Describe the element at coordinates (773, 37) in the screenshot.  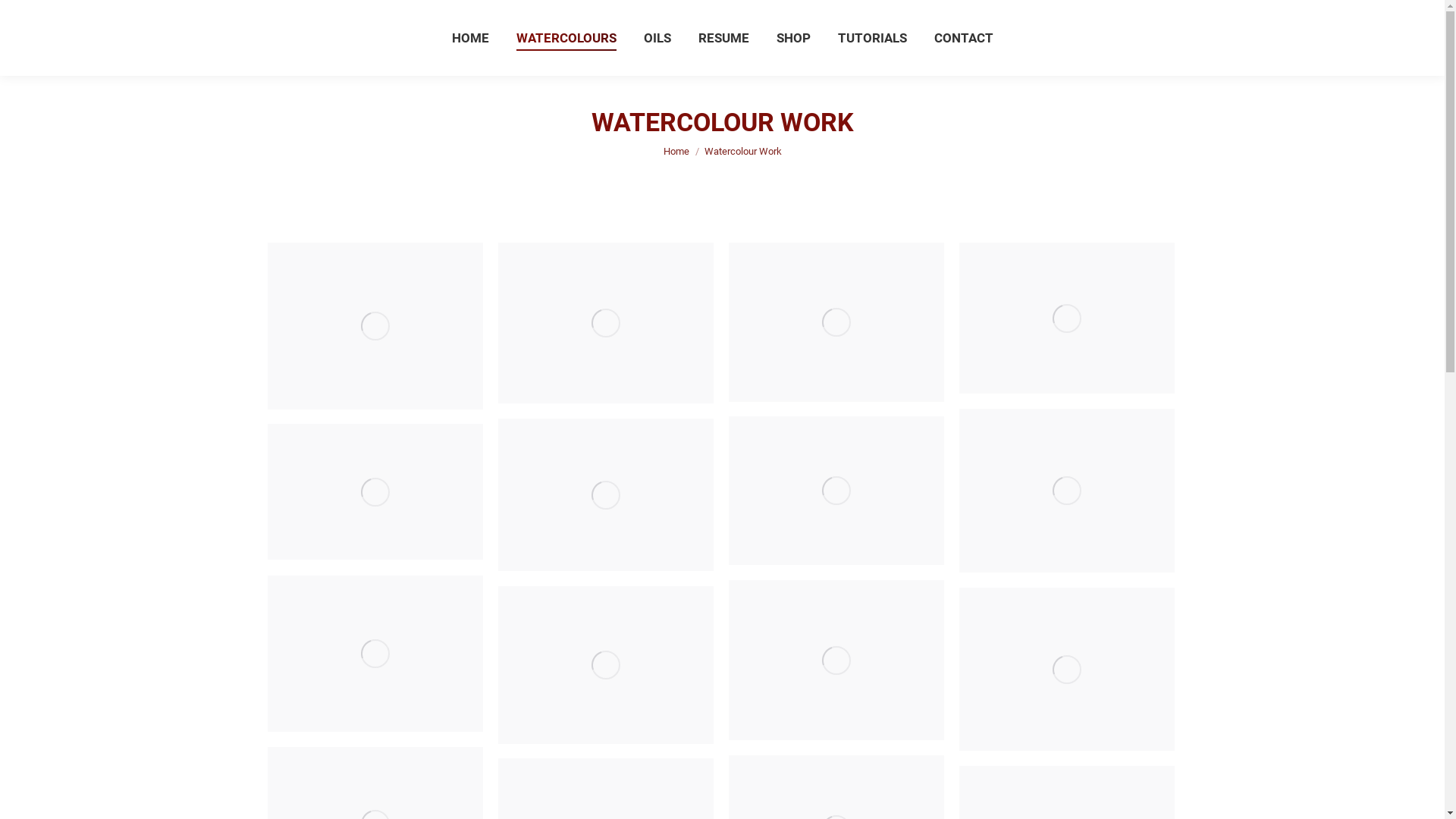
I see `'SHOP'` at that location.